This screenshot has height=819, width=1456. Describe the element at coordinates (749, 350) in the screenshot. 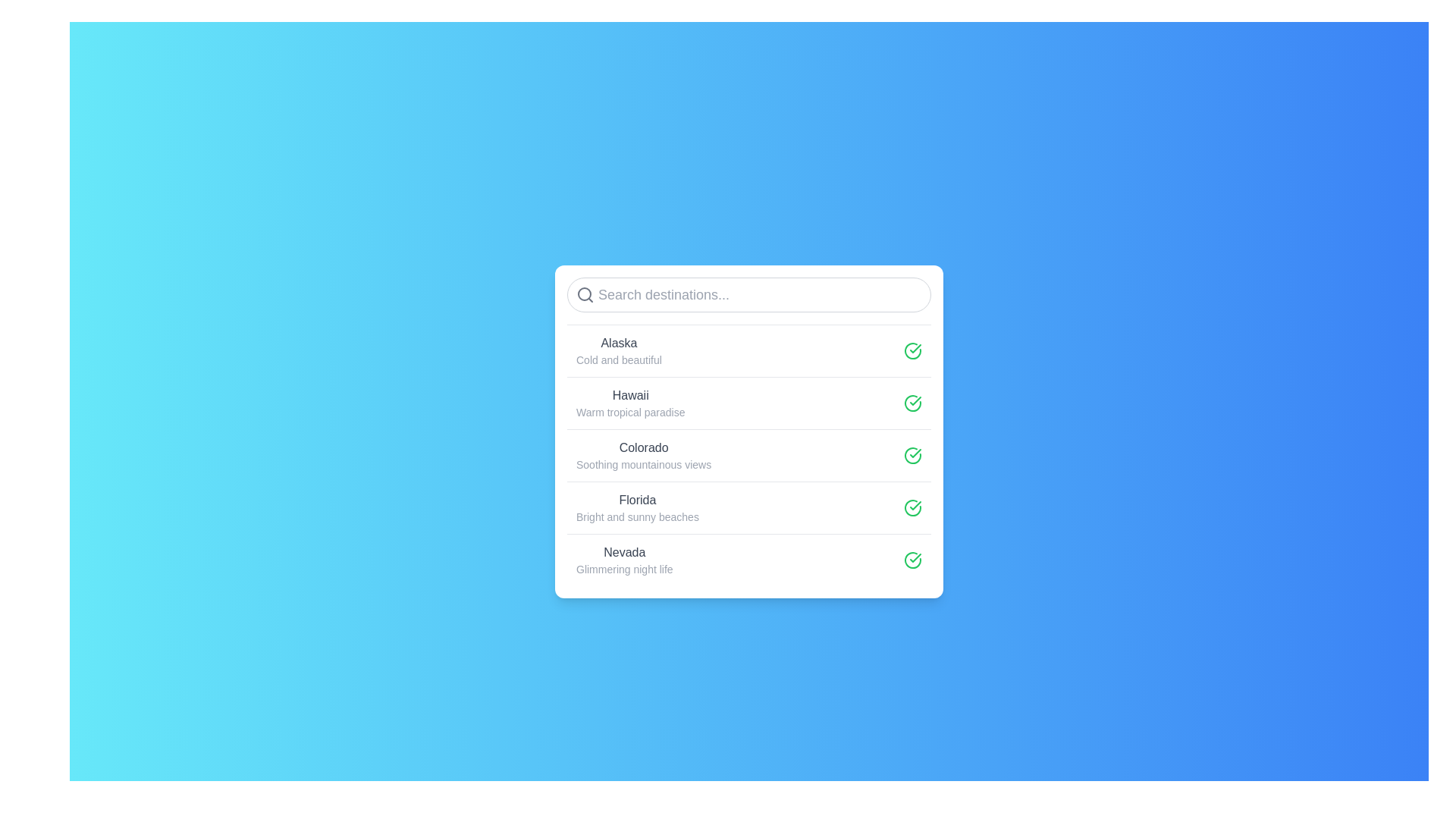

I see `the first list item in the menu titled 'Alaska' with the subtitle 'Cold and beautiful'` at that location.